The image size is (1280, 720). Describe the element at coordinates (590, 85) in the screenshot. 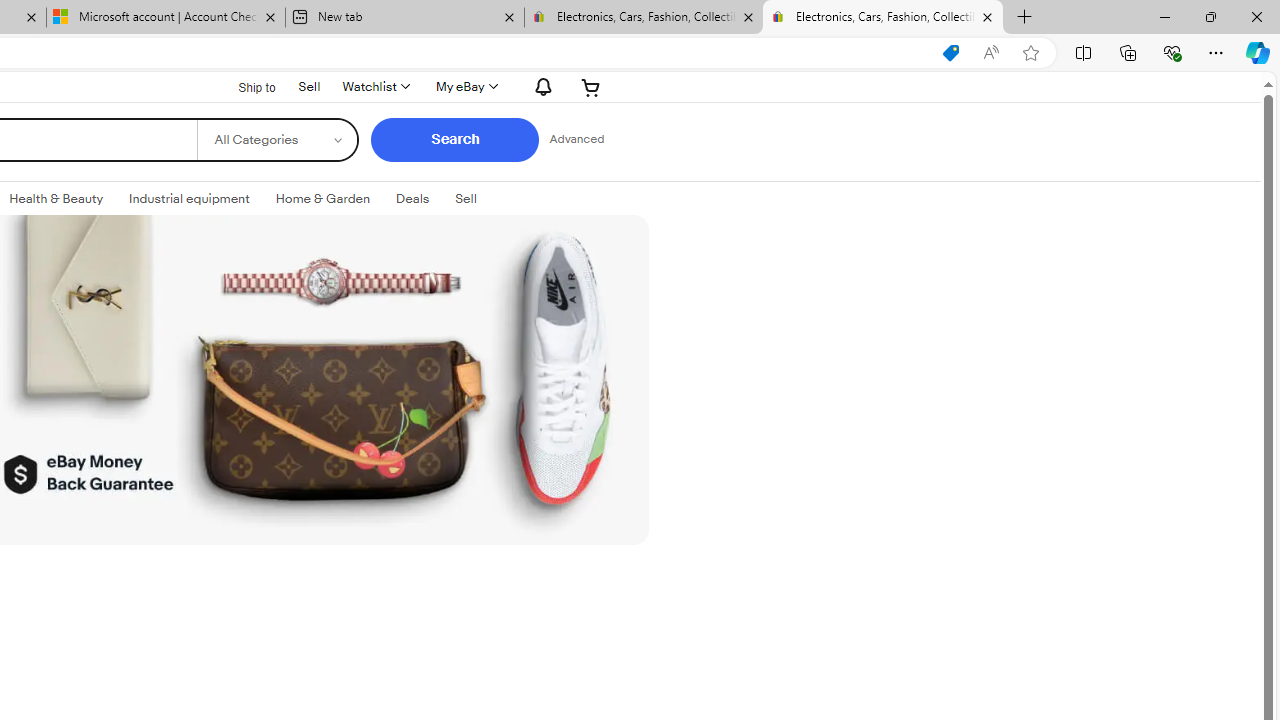

I see `'Your shopping cart'` at that location.